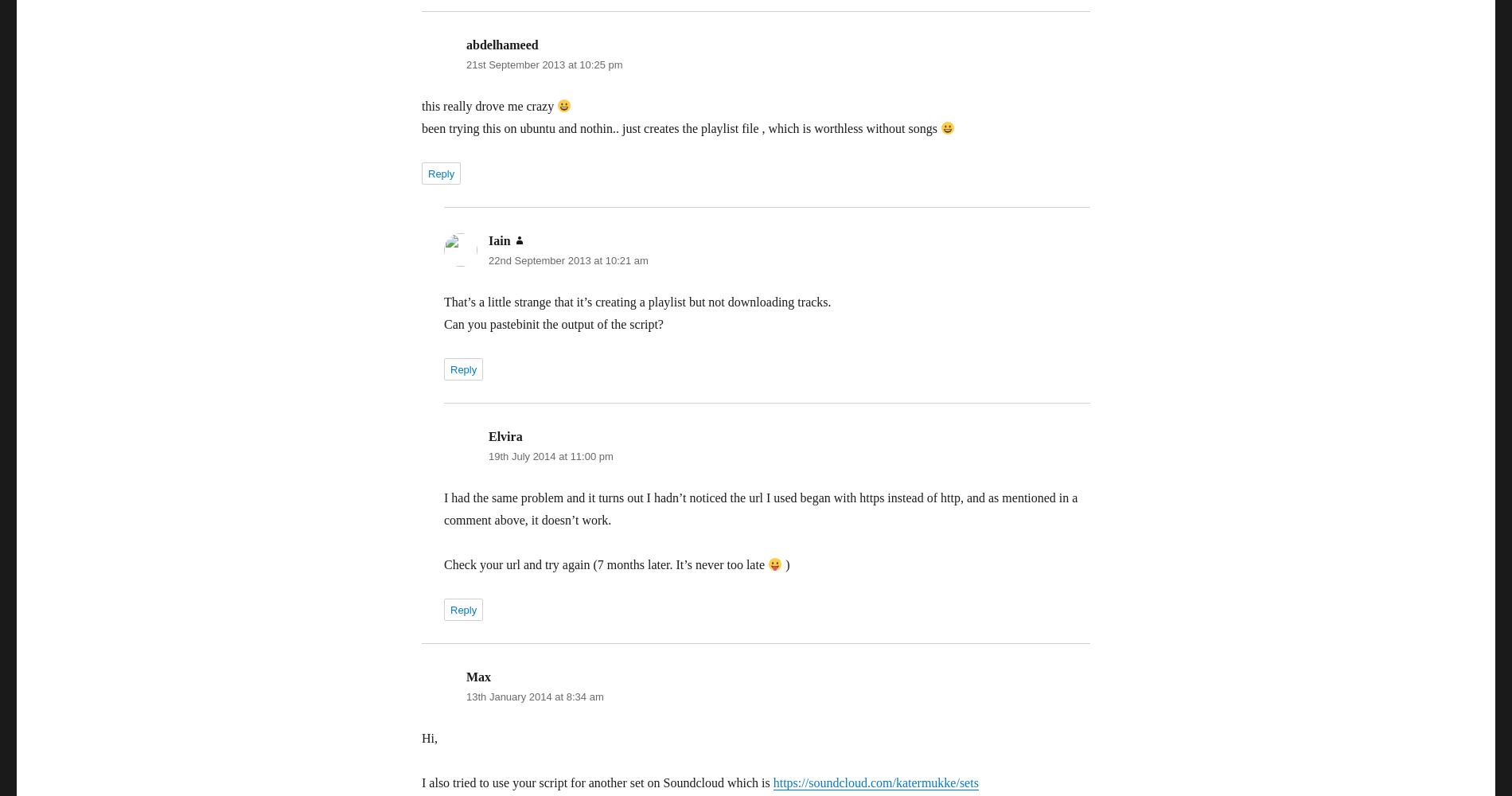 This screenshot has height=796, width=1512. Describe the element at coordinates (489, 106) in the screenshot. I see `'this really drove me crazy'` at that location.